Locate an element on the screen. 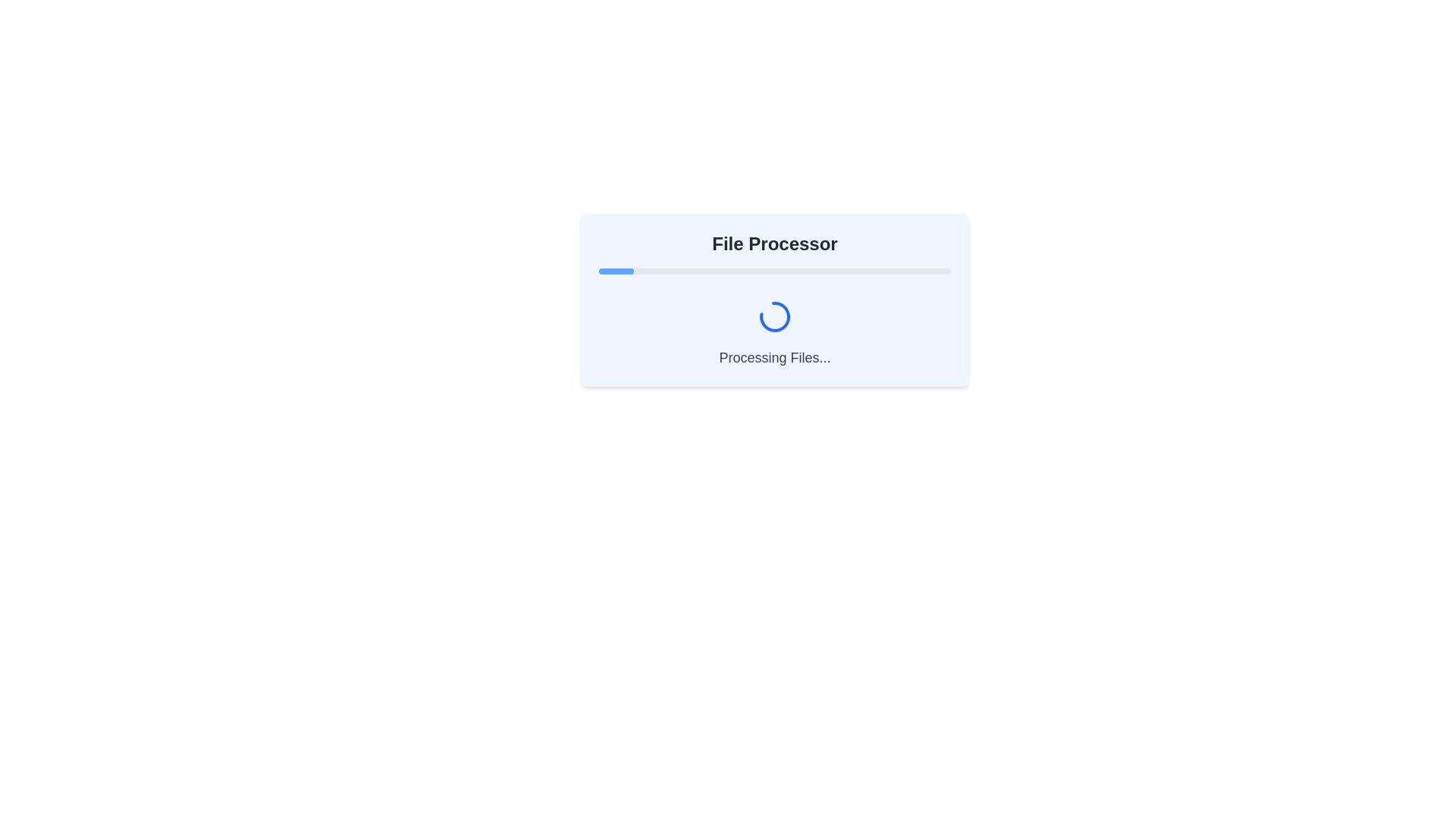 This screenshot has height=819, width=1456. the status indicator text label that informs the user about the application's file processing status, located centrally below the spinning circular loader graphic is located at coordinates (775, 357).